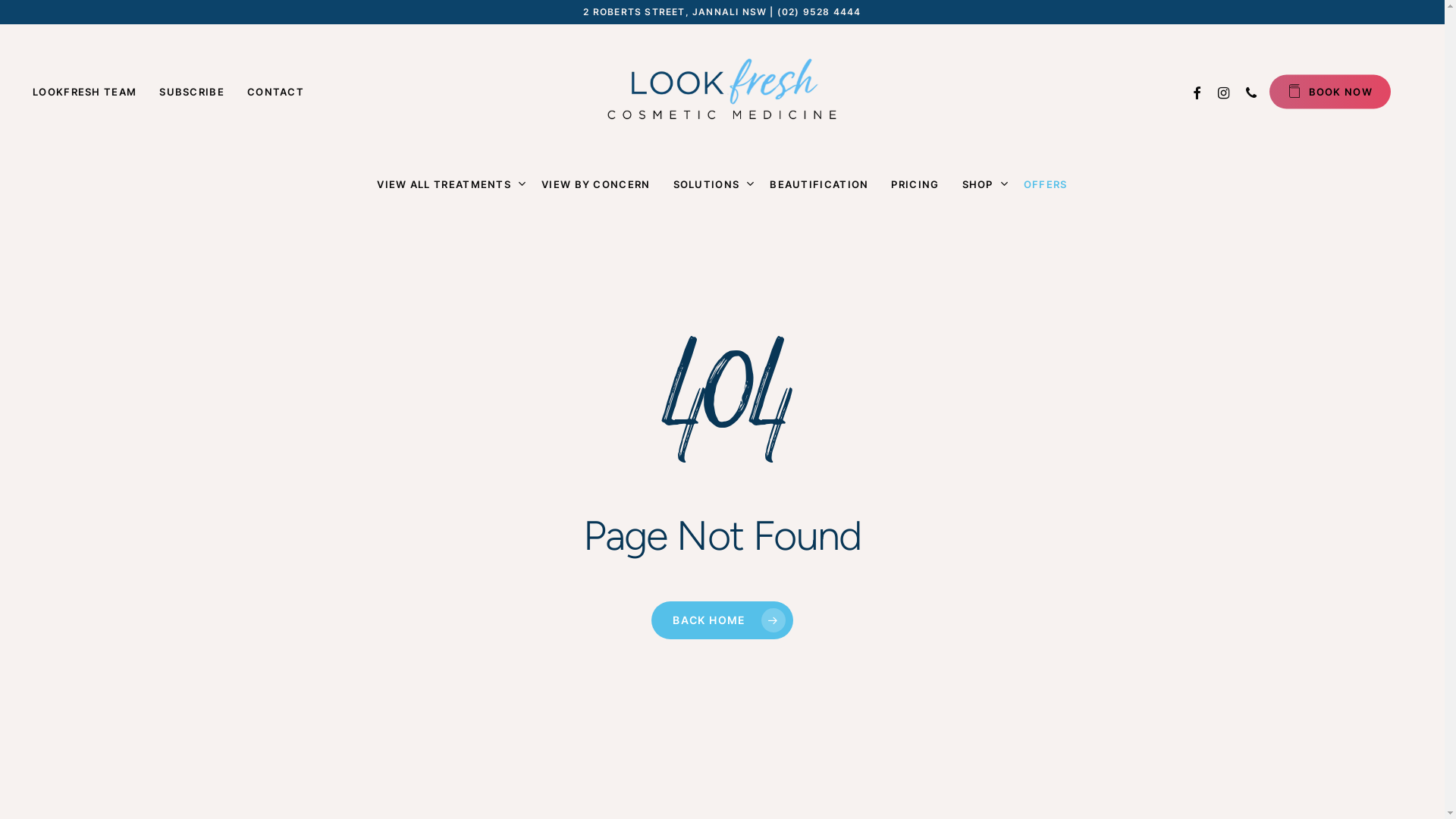 The image size is (1456, 819). Describe the element at coordinates (1329, 91) in the screenshot. I see `'BOOK NOW'` at that location.